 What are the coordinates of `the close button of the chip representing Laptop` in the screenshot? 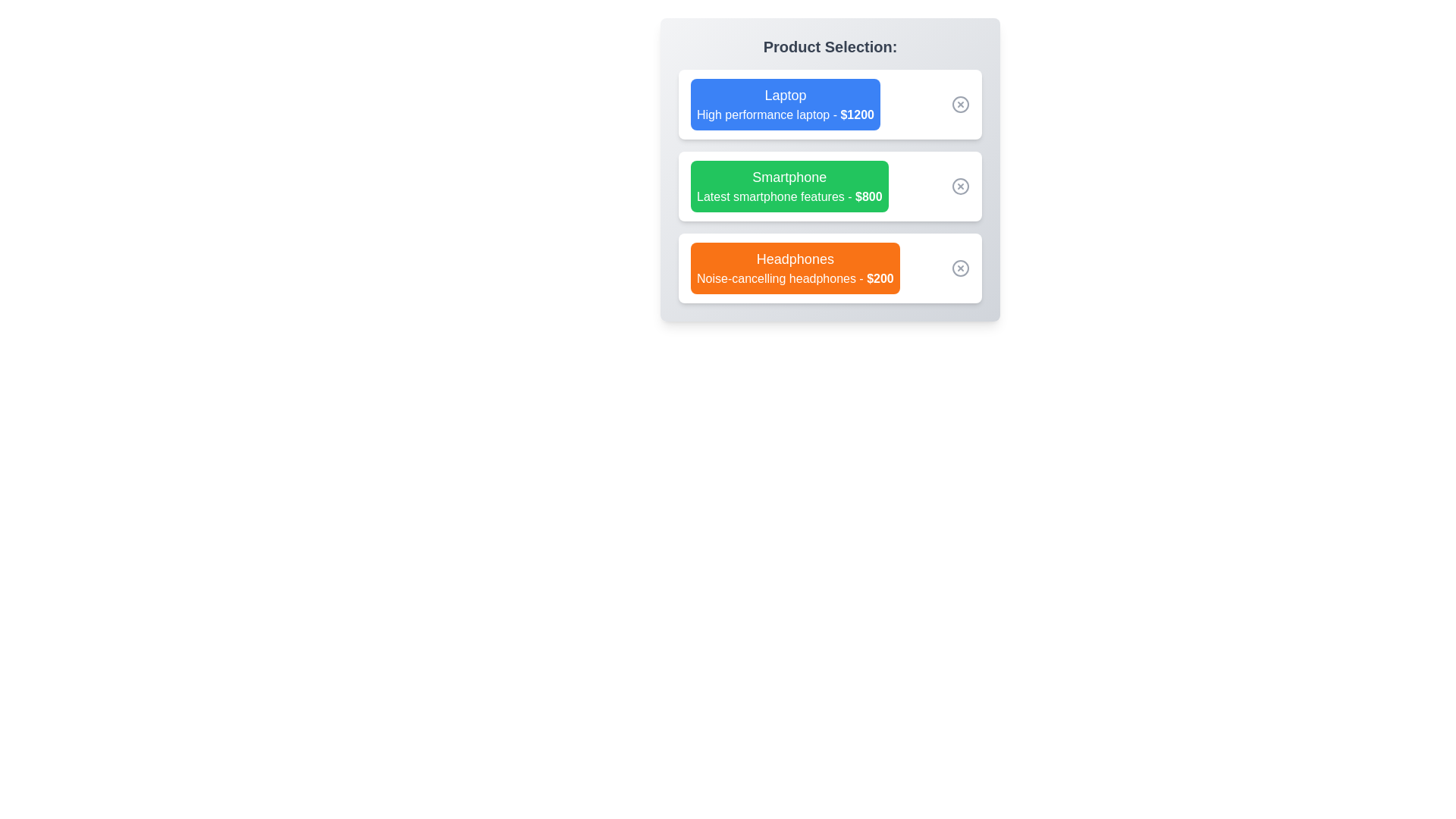 It's located at (960, 104).